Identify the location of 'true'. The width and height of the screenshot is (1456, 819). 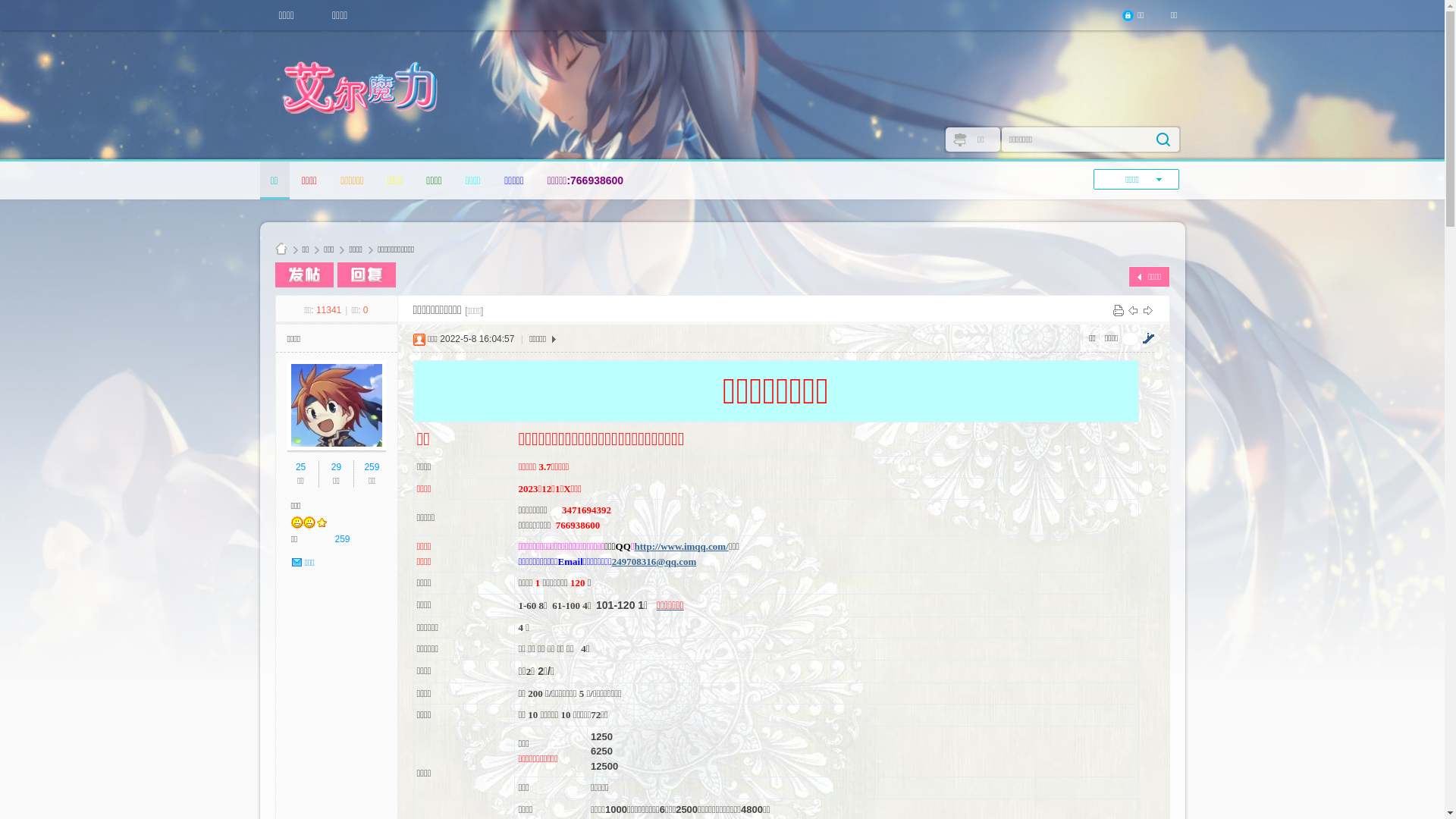
(1161, 140).